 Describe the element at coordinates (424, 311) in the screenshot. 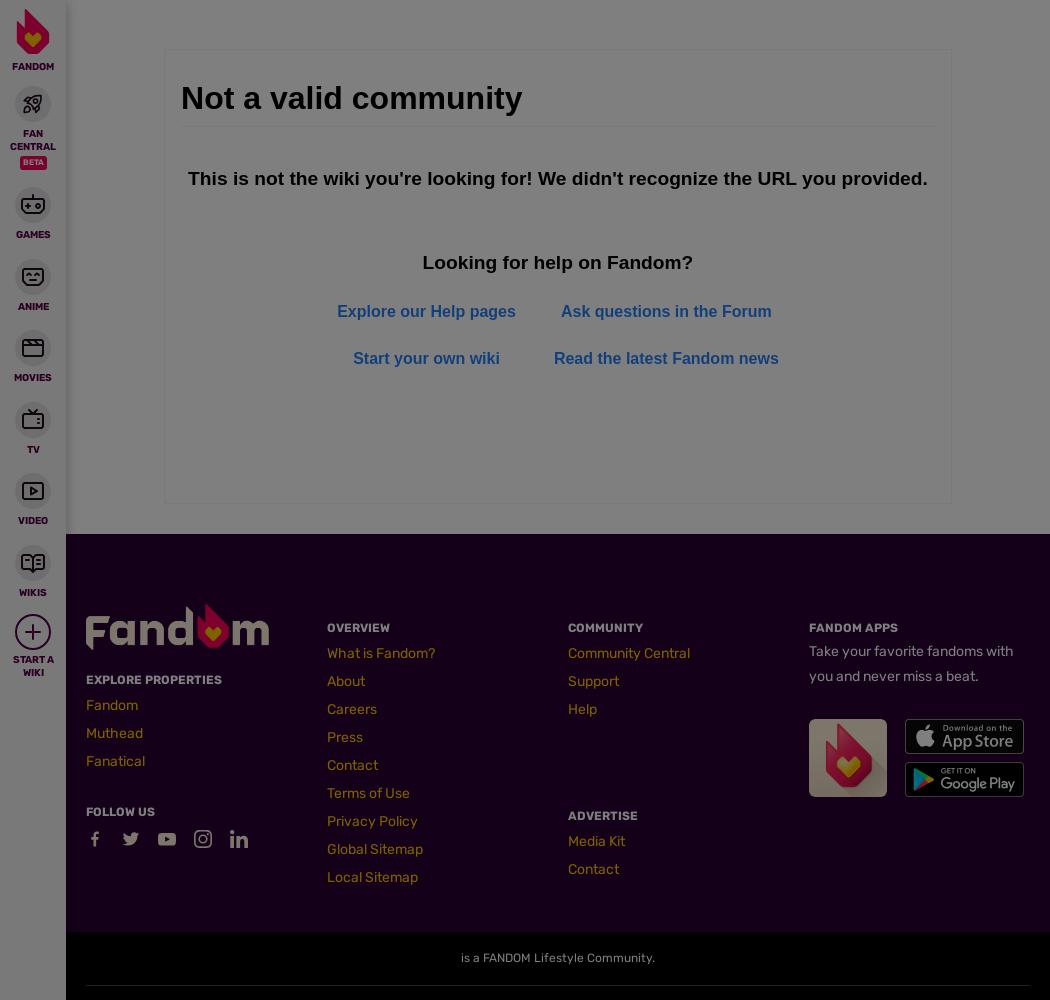

I see `'Explore our Help pages'` at that location.